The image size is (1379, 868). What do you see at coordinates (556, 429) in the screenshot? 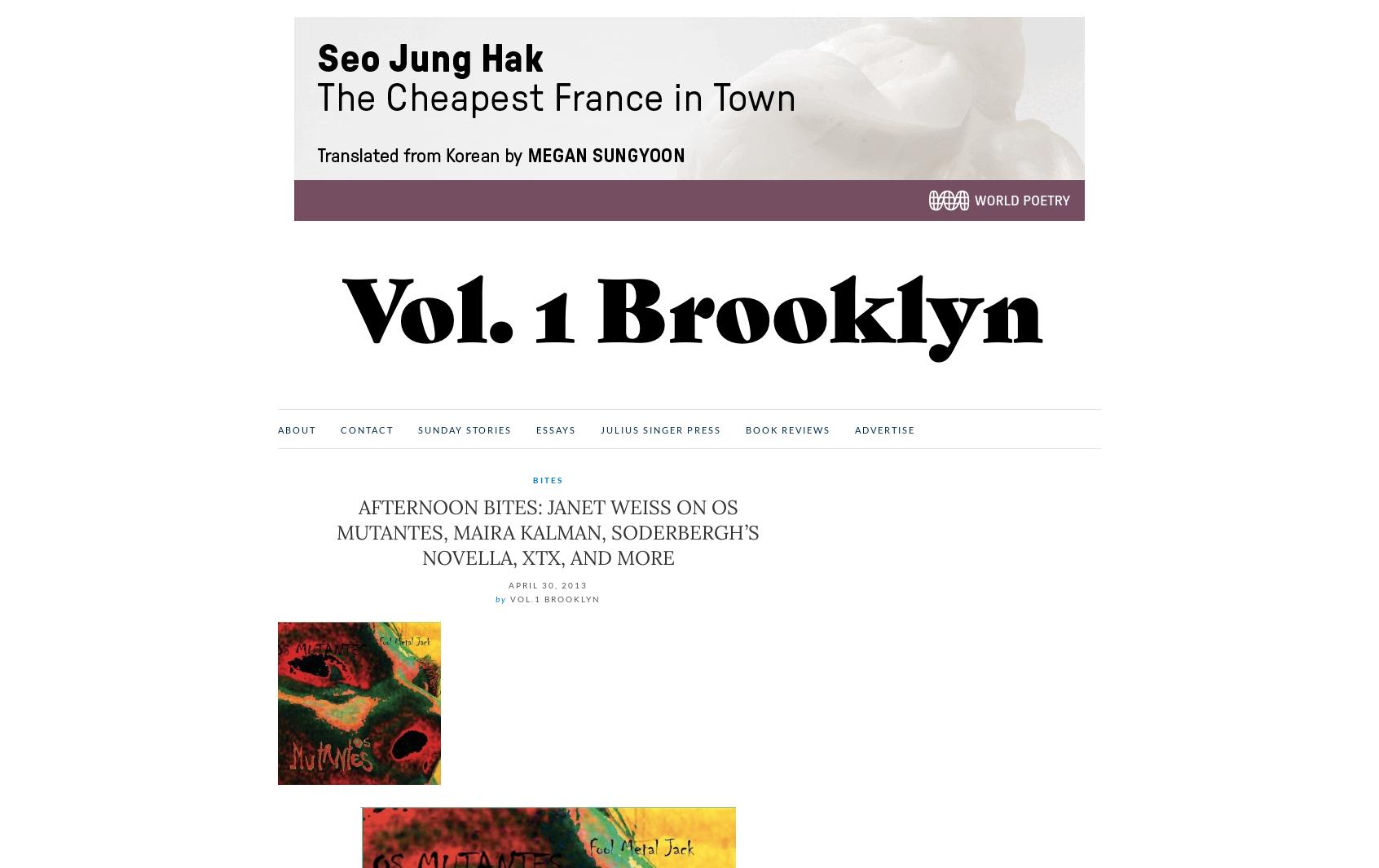
I see `'Essays'` at bounding box center [556, 429].